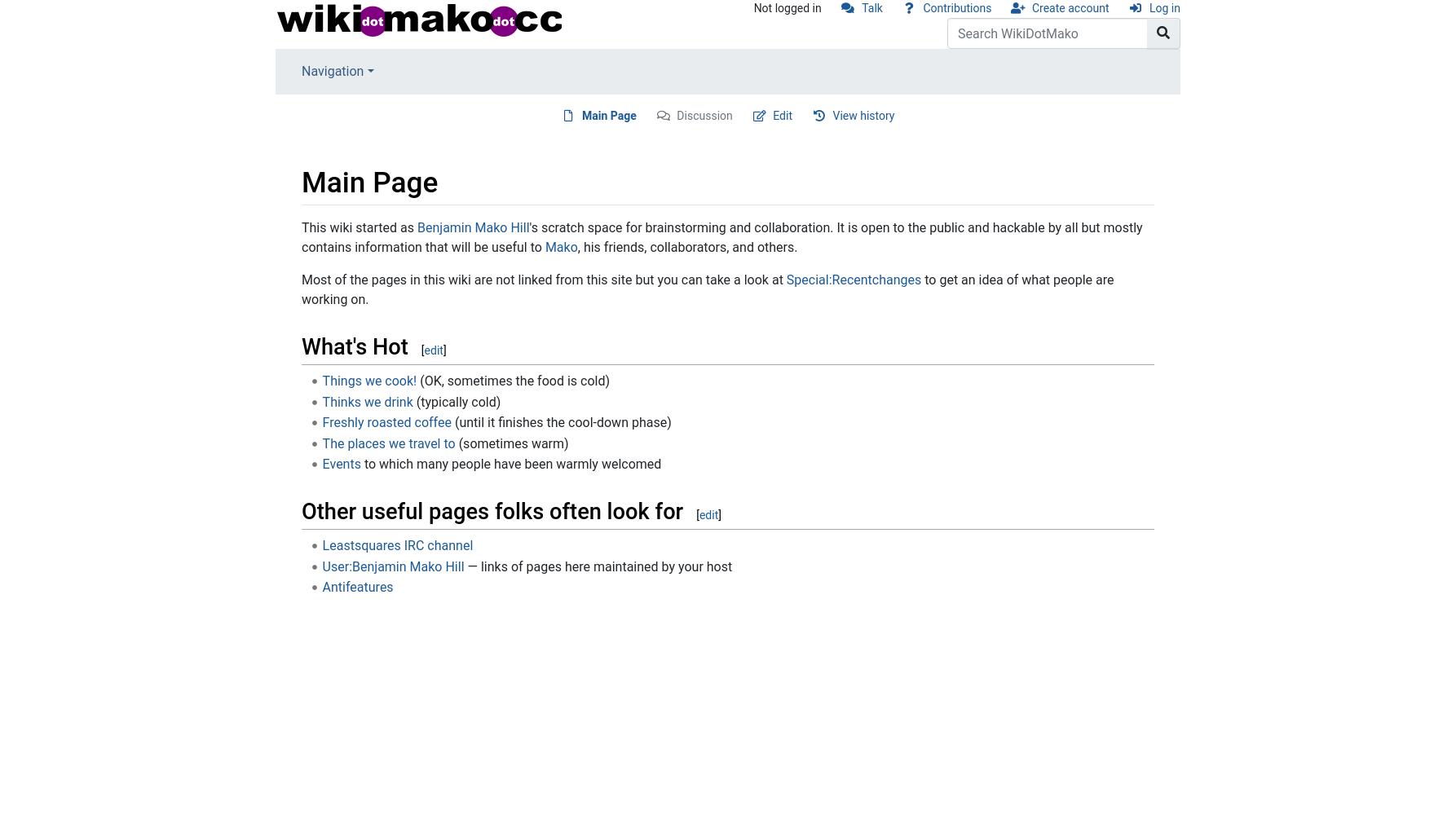 The height and width of the screenshot is (815, 1456). What do you see at coordinates (510, 463) in the screenshot?
I see `'to which many people have been warmly welcomed'` at bounding box center [510, 463].